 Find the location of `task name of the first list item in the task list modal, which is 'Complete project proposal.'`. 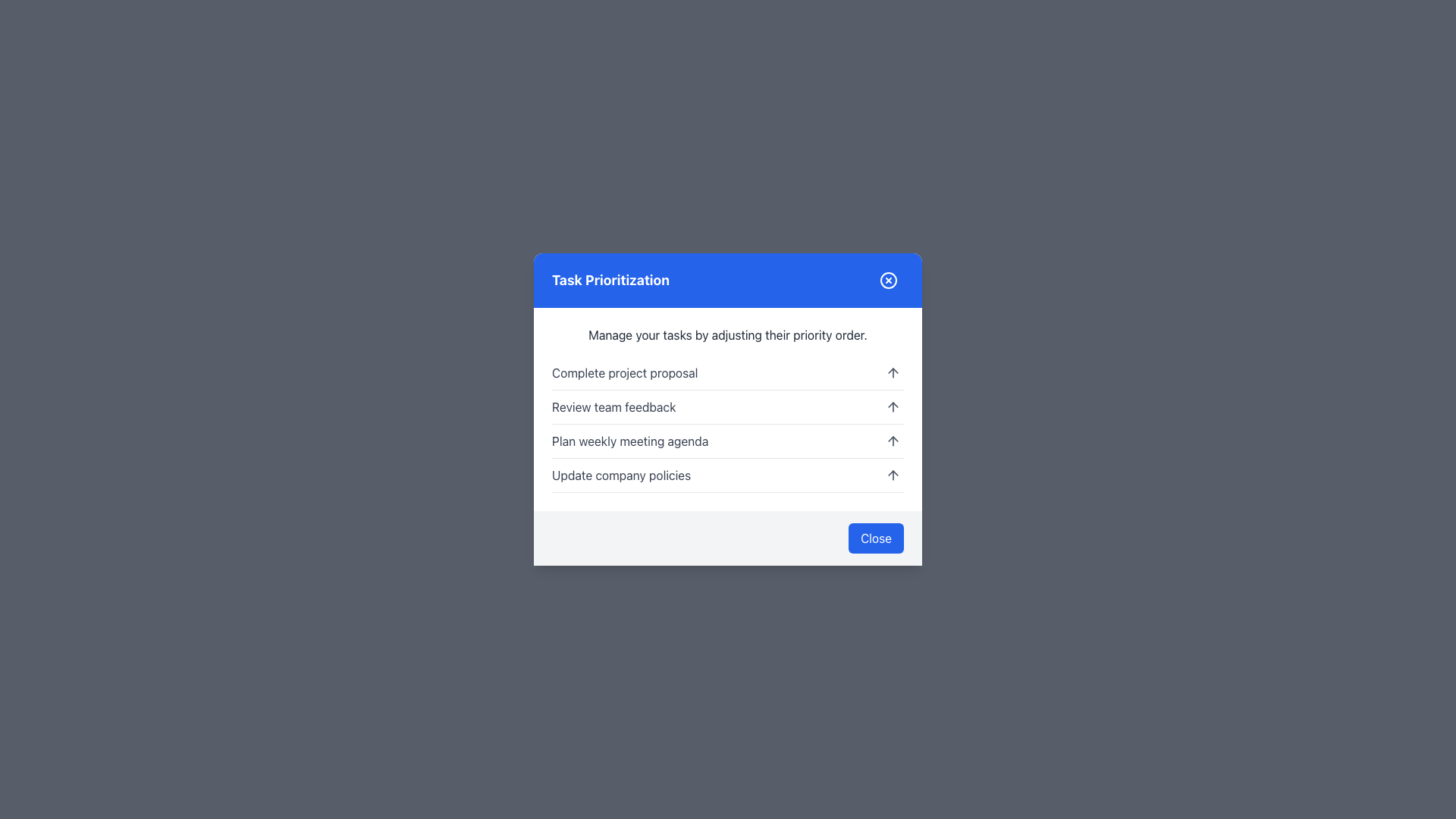

task name of the first list item in the task list modal, which is 'Complete project proposal.' is located at coordinates (728, 373).